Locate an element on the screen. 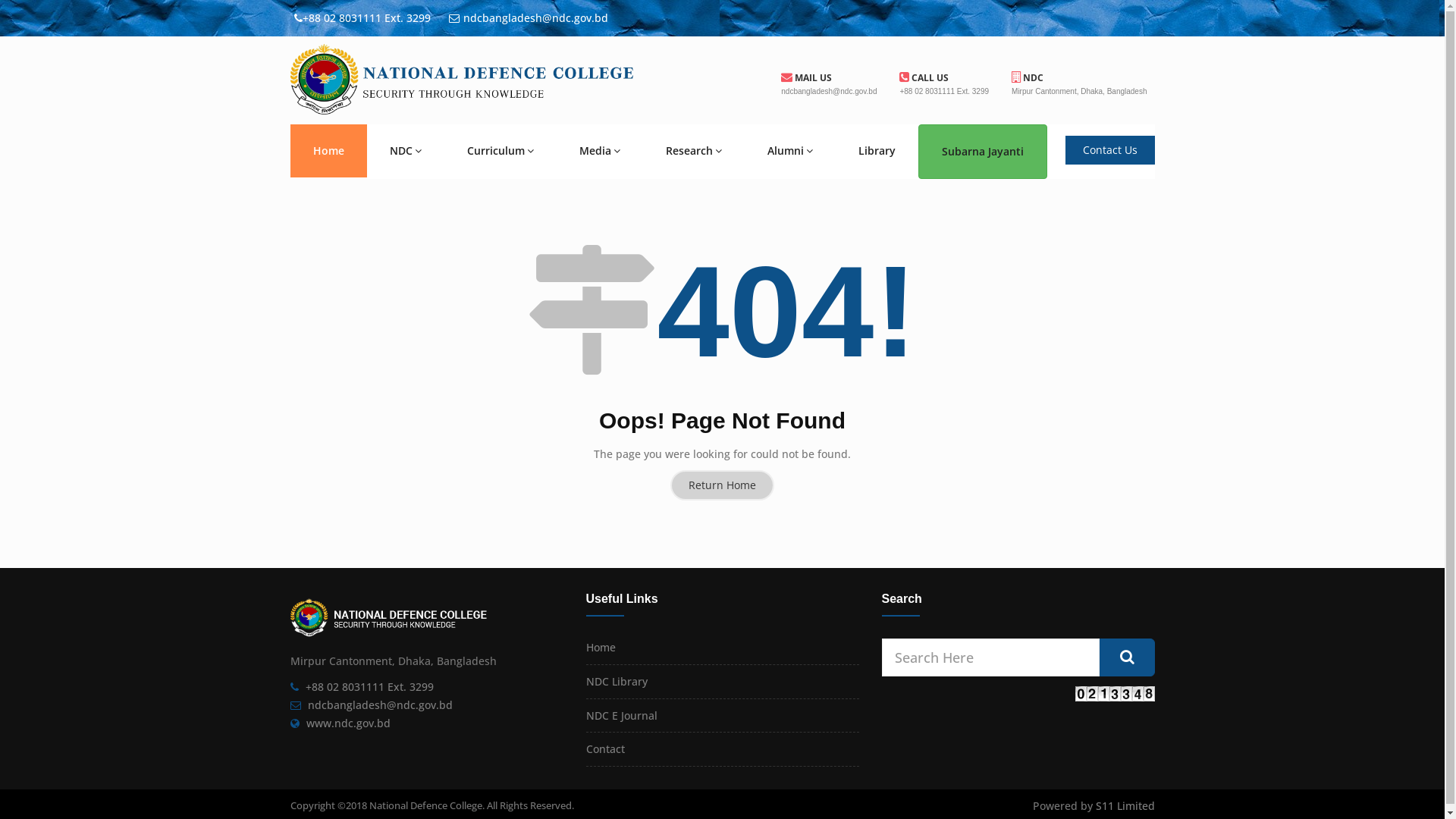  'S11 Limited' is located at coordinates (1125, 805).